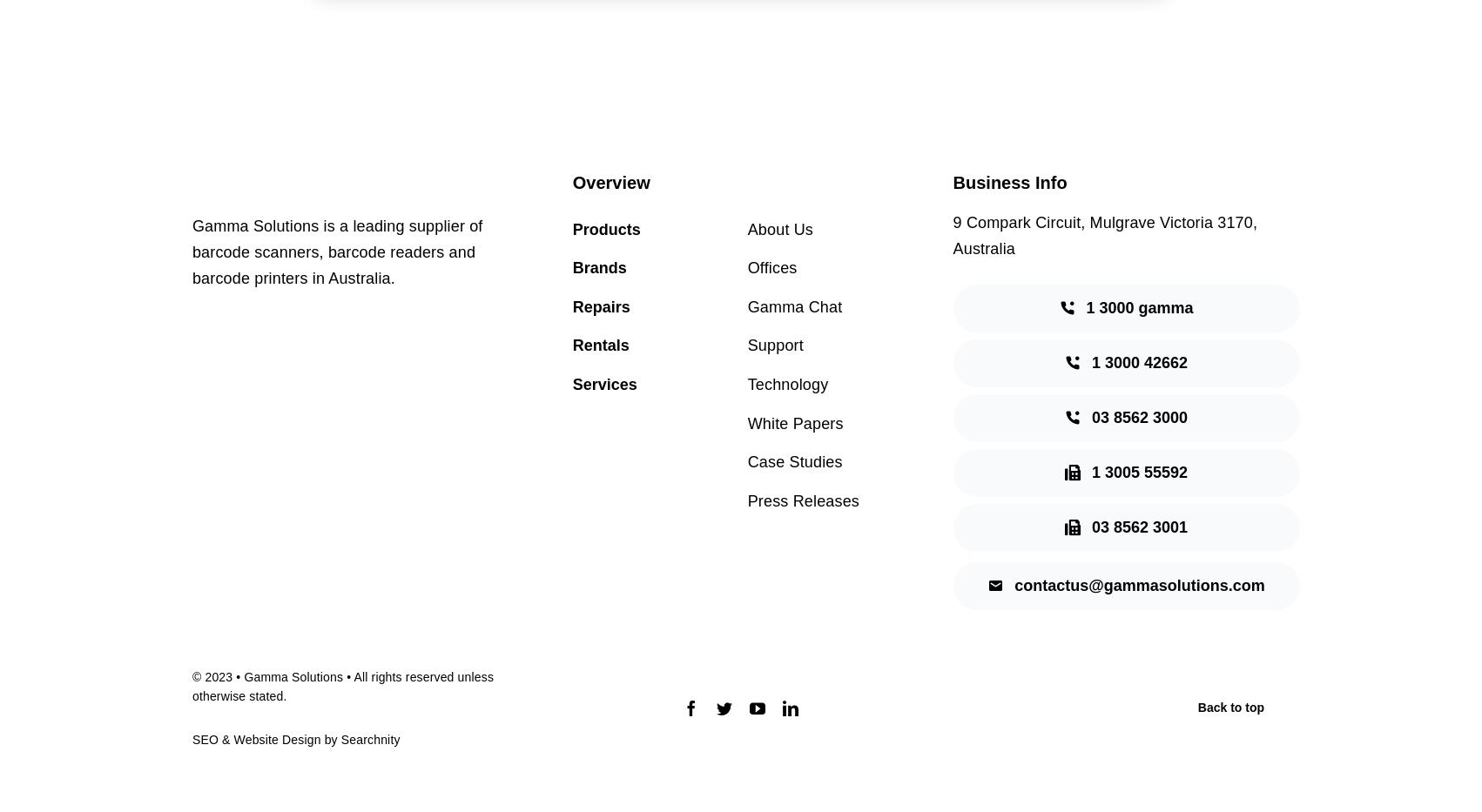 The image size is (1482, 812). Describe the element at coordinates (794, 422) in the screenshot. I see `'White Papers'` at that location.